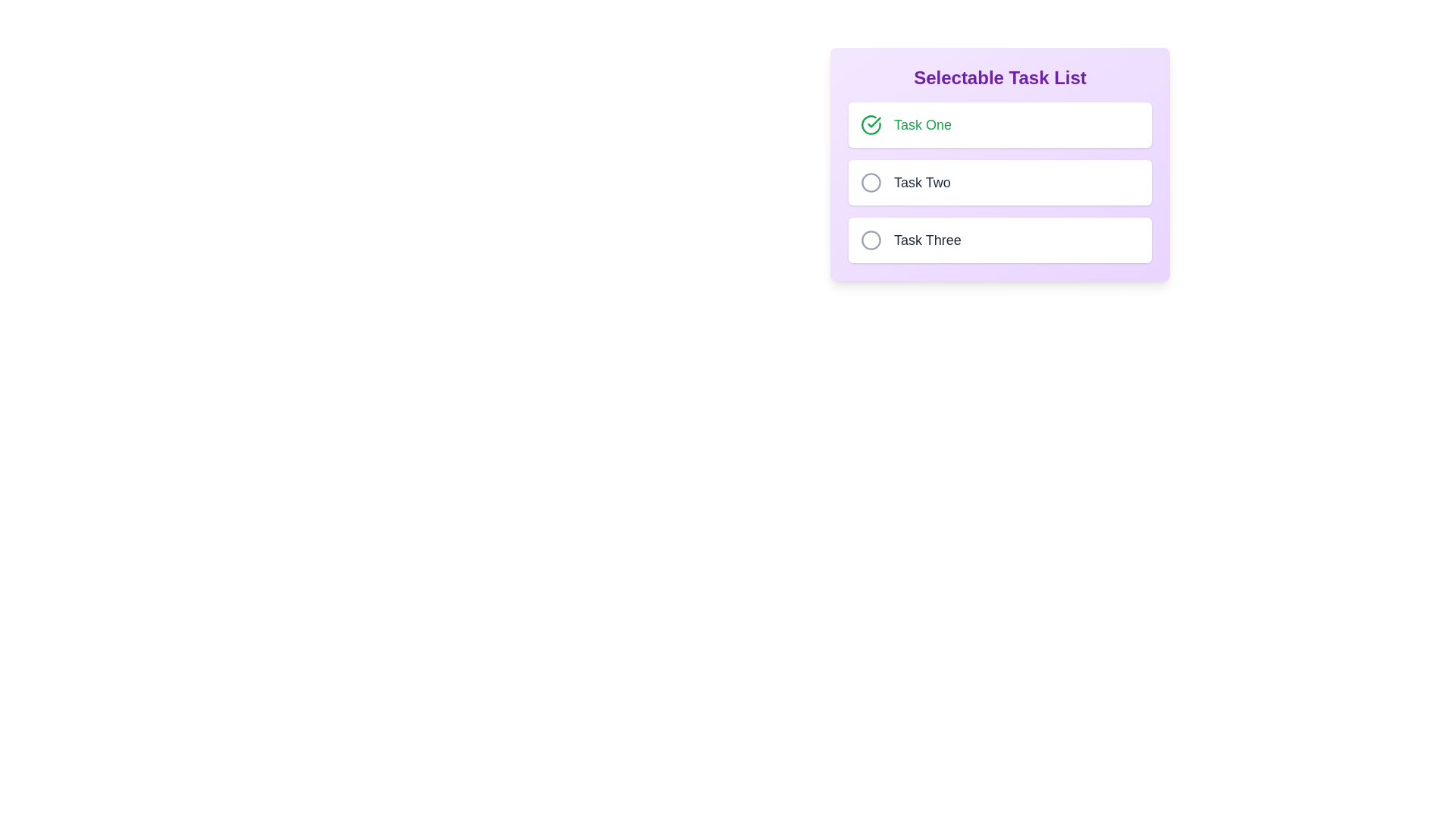 The height and width of the screenshot is (819, 1456). Describe the element at coordinates (906, 124) in the screenshot. I see `the first task label with accompanying icon, indicating the currently selected task` at that location.